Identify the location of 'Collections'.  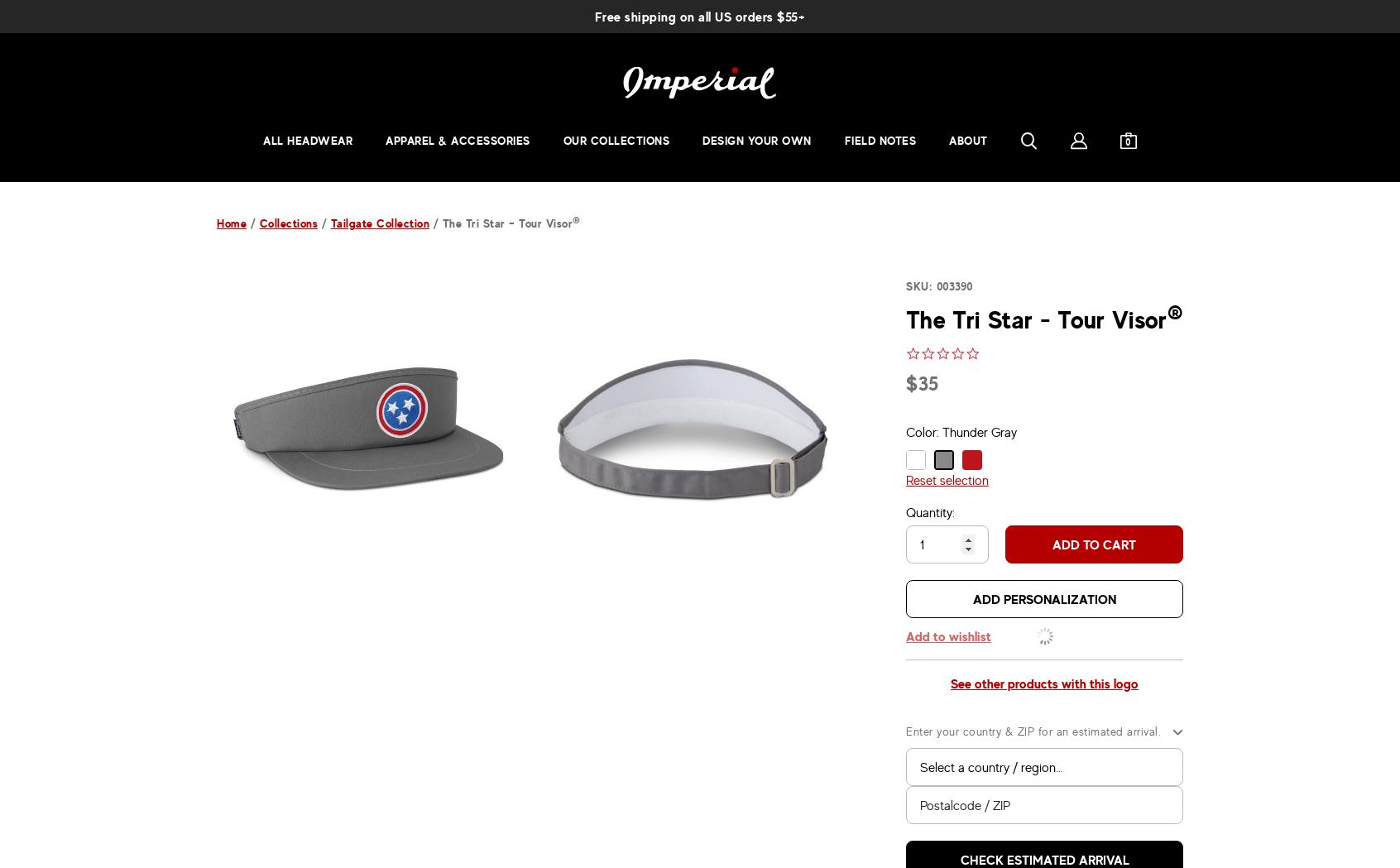
(287, 222).